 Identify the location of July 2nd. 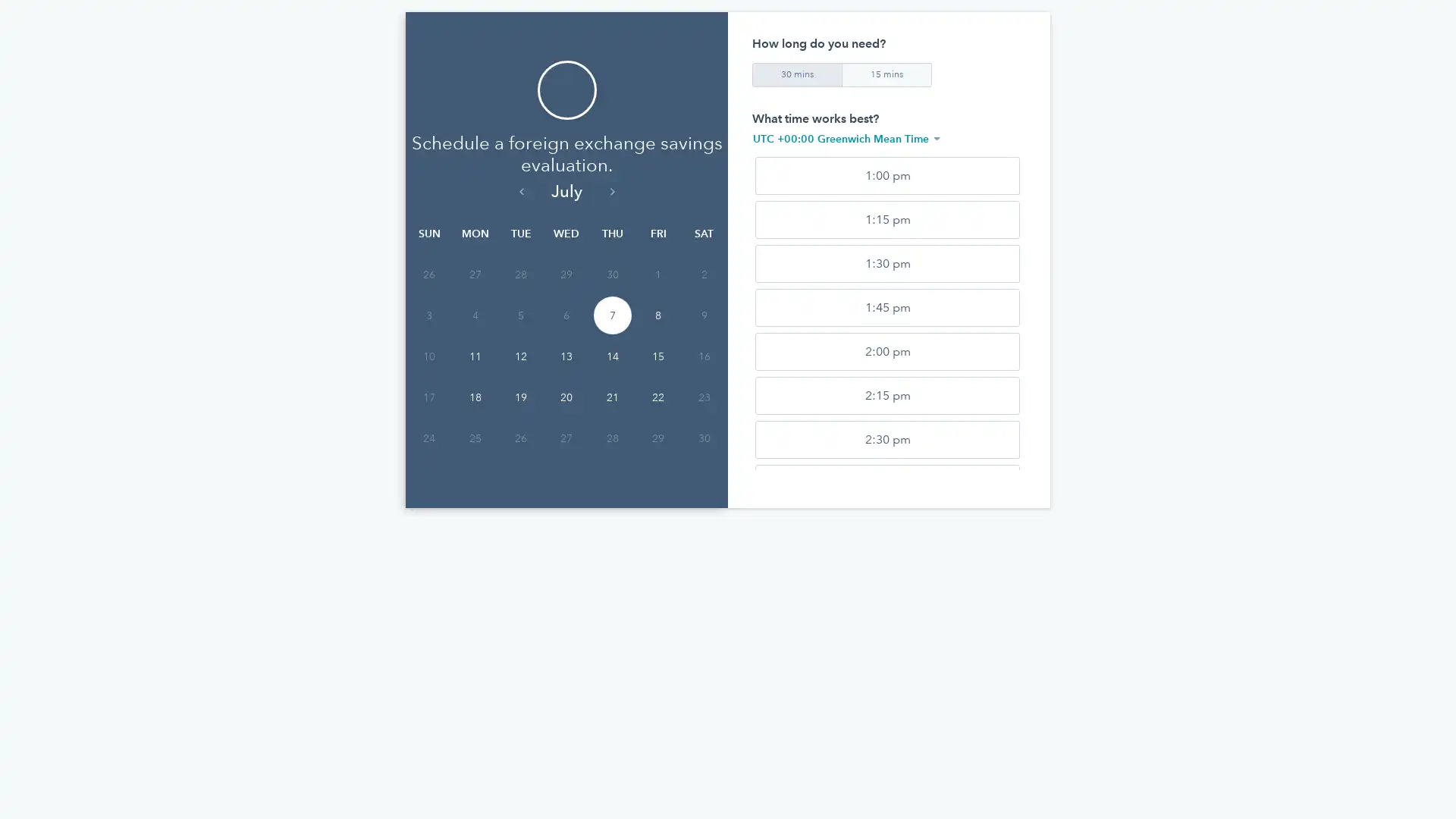
(702, 275).